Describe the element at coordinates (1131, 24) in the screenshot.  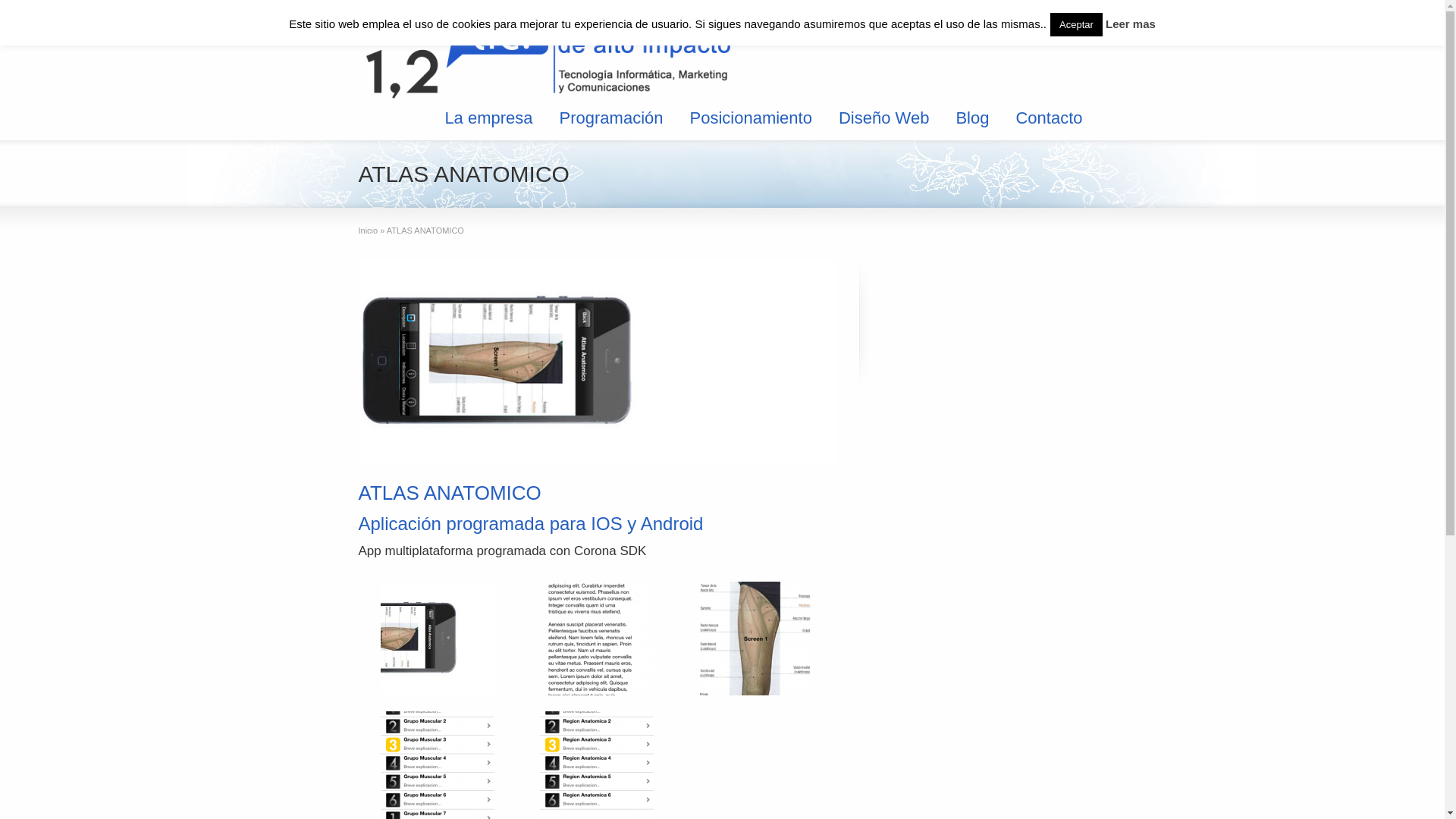
I see `'Leer mas'` at that location.